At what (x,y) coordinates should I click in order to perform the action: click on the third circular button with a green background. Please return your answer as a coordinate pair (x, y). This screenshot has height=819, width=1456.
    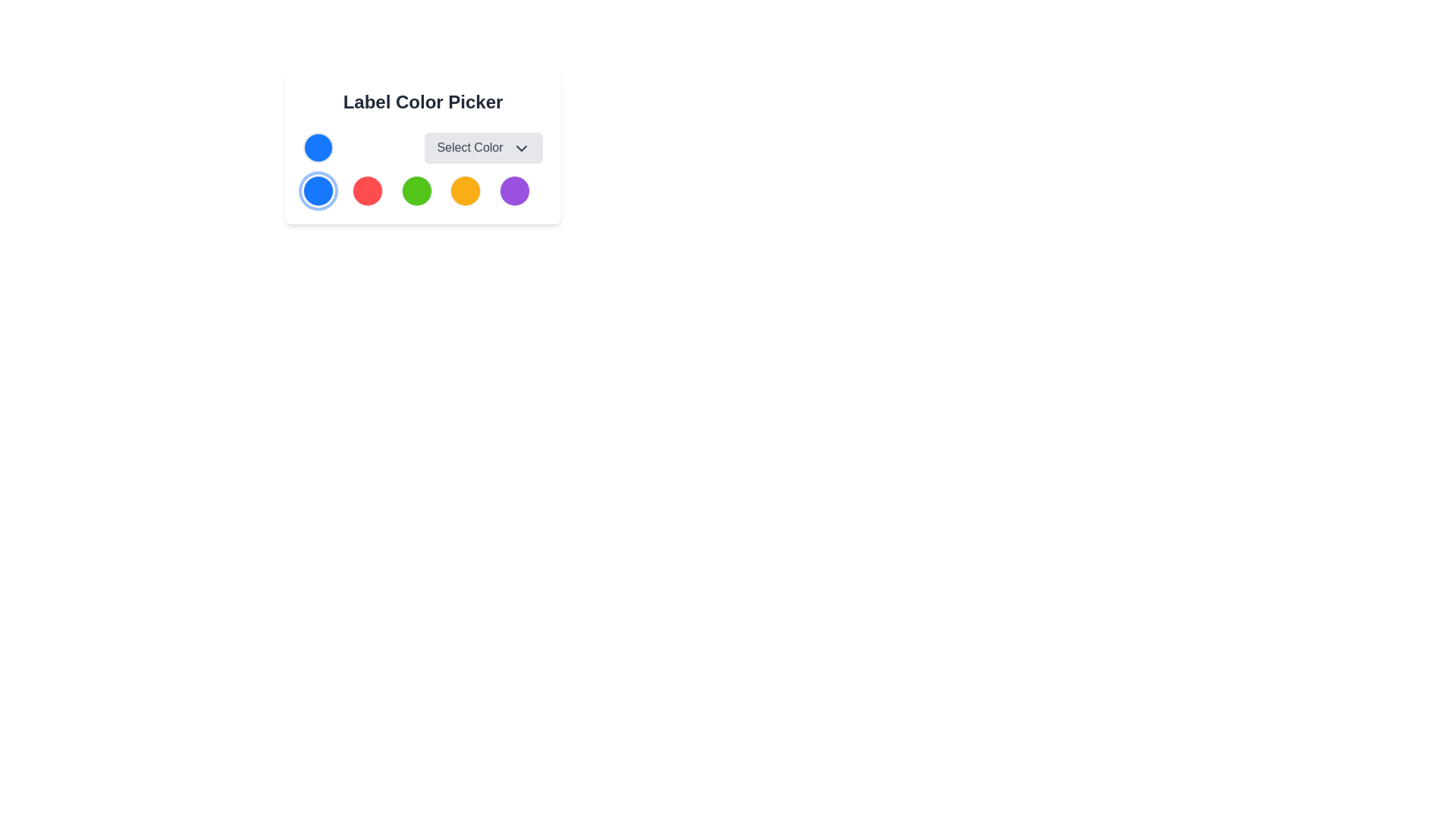
    Looking at the image, I should click on (416, 190).